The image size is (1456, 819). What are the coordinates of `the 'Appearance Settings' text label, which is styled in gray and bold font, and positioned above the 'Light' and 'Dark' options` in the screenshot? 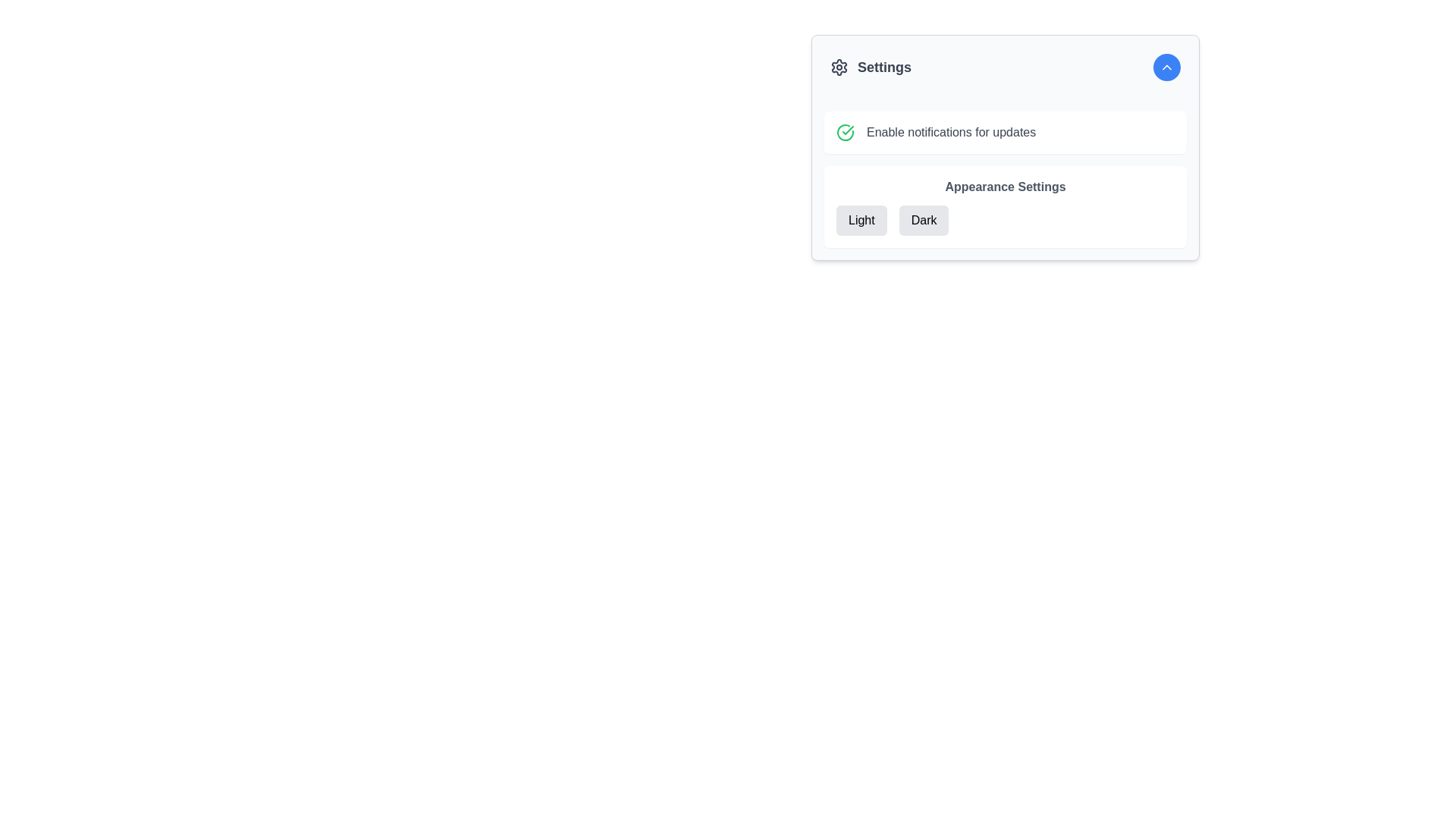 It's located at (1005, 186).